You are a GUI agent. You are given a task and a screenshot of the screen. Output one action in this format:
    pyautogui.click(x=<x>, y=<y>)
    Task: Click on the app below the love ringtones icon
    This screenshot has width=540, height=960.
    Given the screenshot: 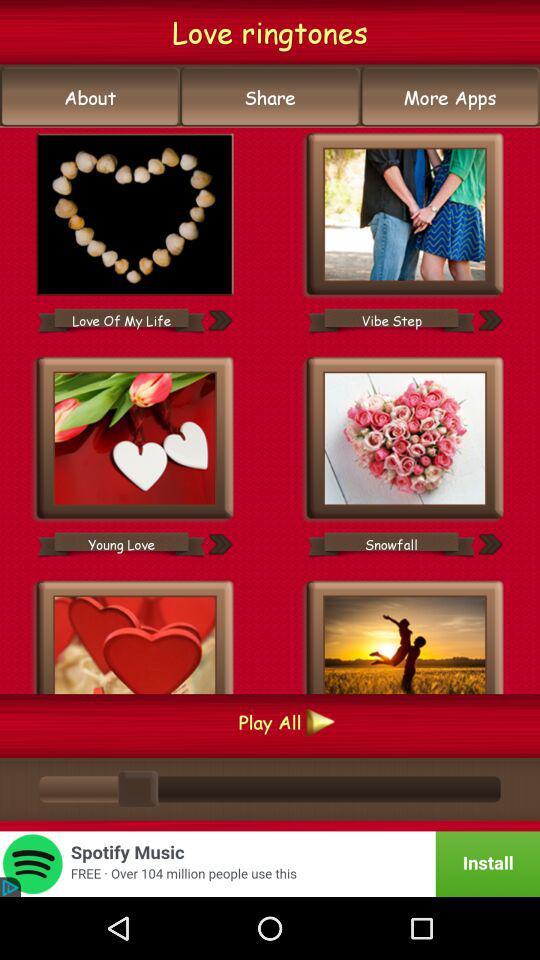 What is the action you would take?
    pyautogui.click(x=450, y=97)
    